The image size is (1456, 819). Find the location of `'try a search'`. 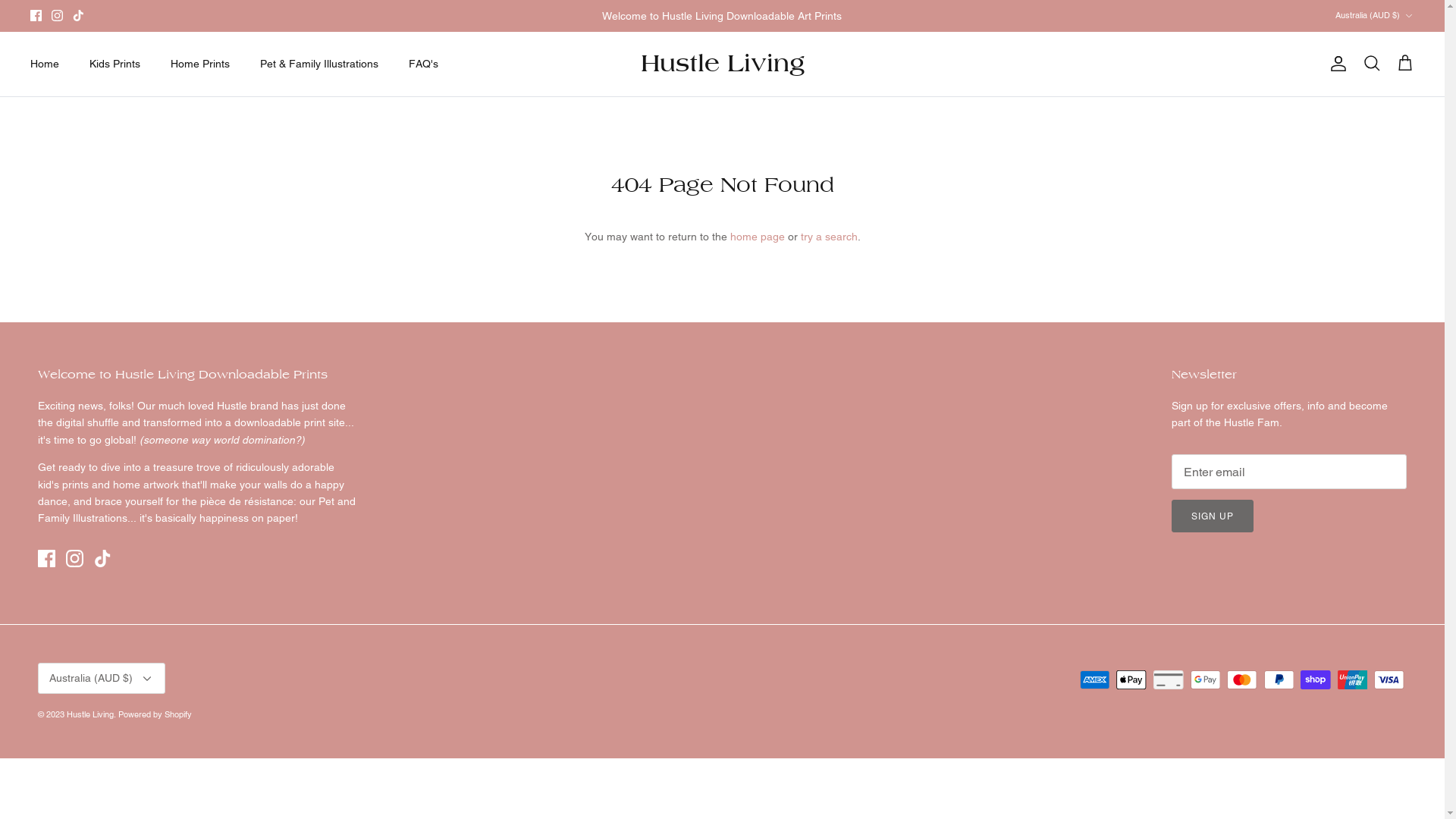

'try a search' is located at coordinates (828, 237).